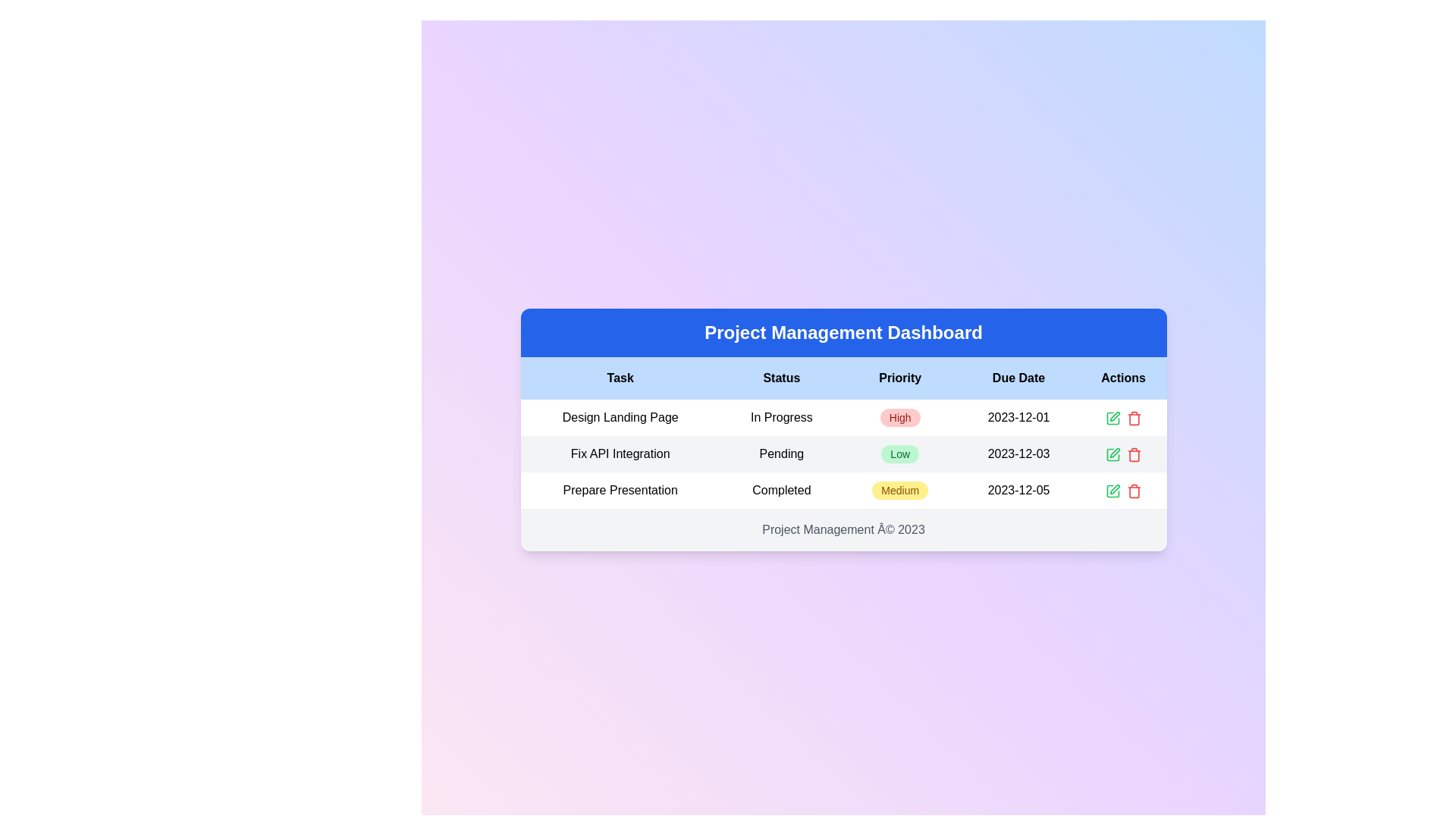  Describe the element at coordinates (1134, 418) in the screenshot. I see `the delete button located as the second action icon in the 'Actions' column of the row for 'Fix API Integration'` at that location.